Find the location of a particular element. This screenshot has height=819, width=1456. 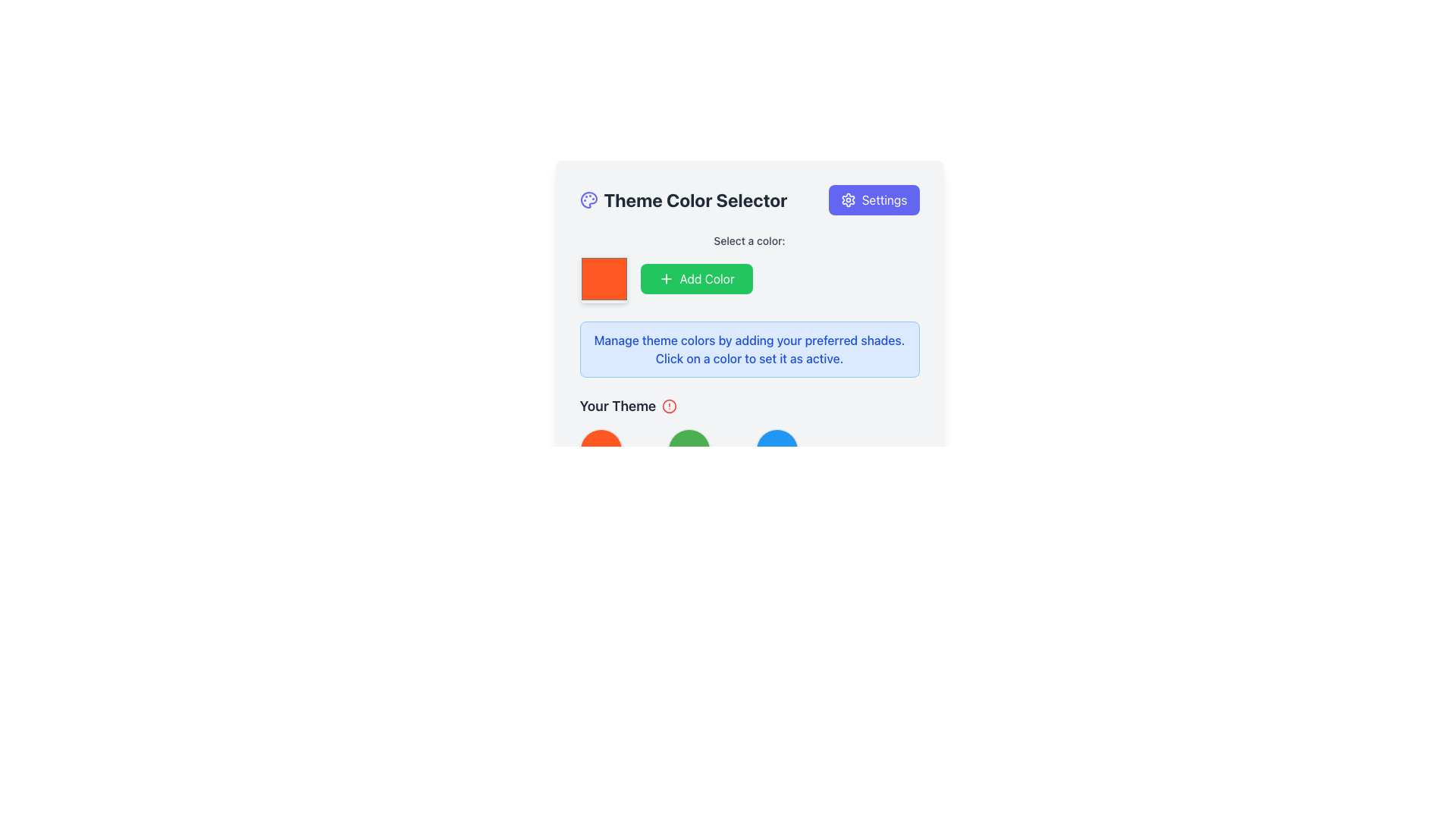

the third circular blue color option in the theme selection interface is located at coordinates (777, 450).